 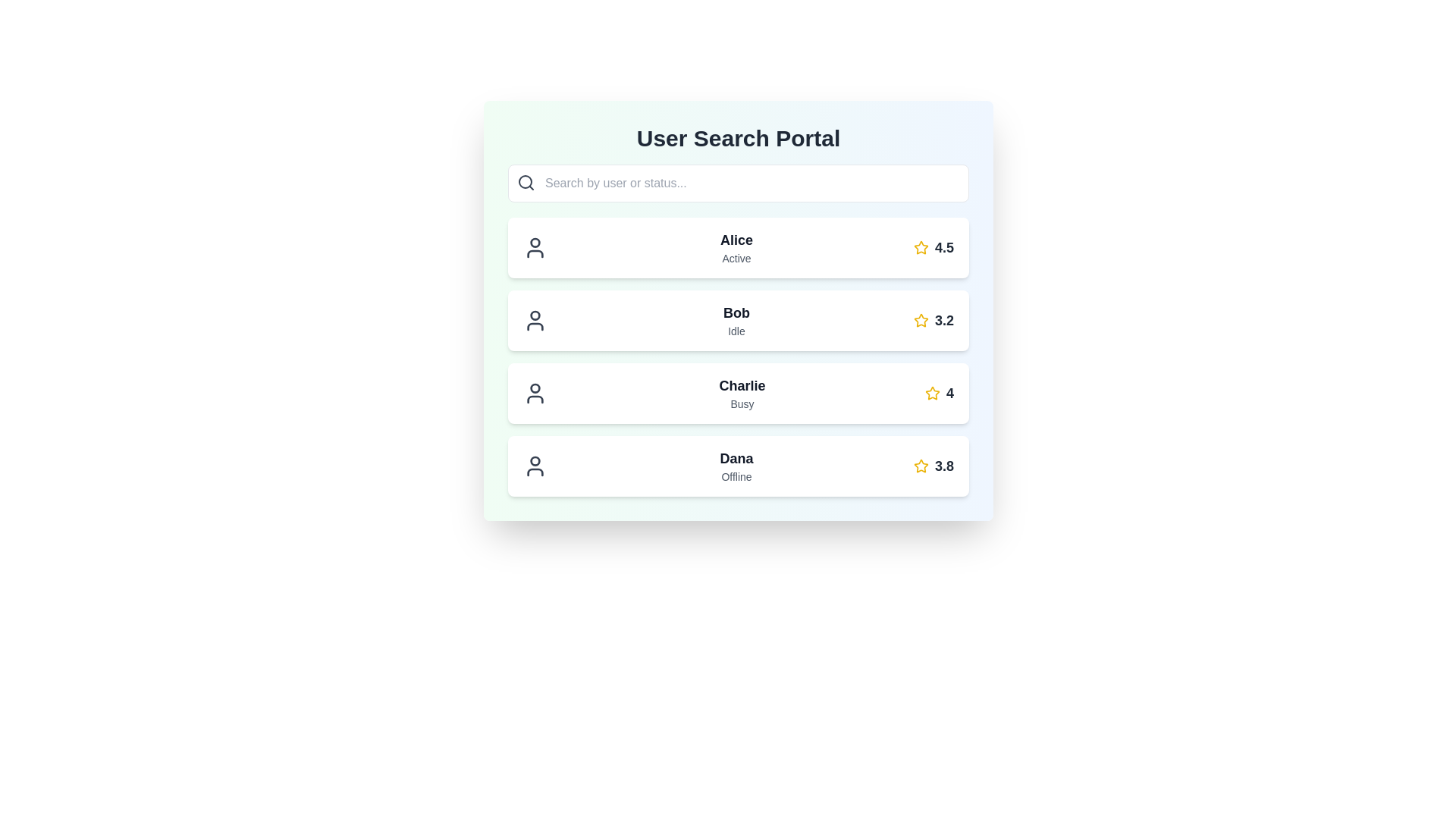 What do you see at coordinates (535, 326) in the screenshot?
I see `the shoulders graphic element of the user icon, which is styled as a semi-circle and is positioned beside the text 'Bob Idle' in the user status list` at bounding box center [535, 326].